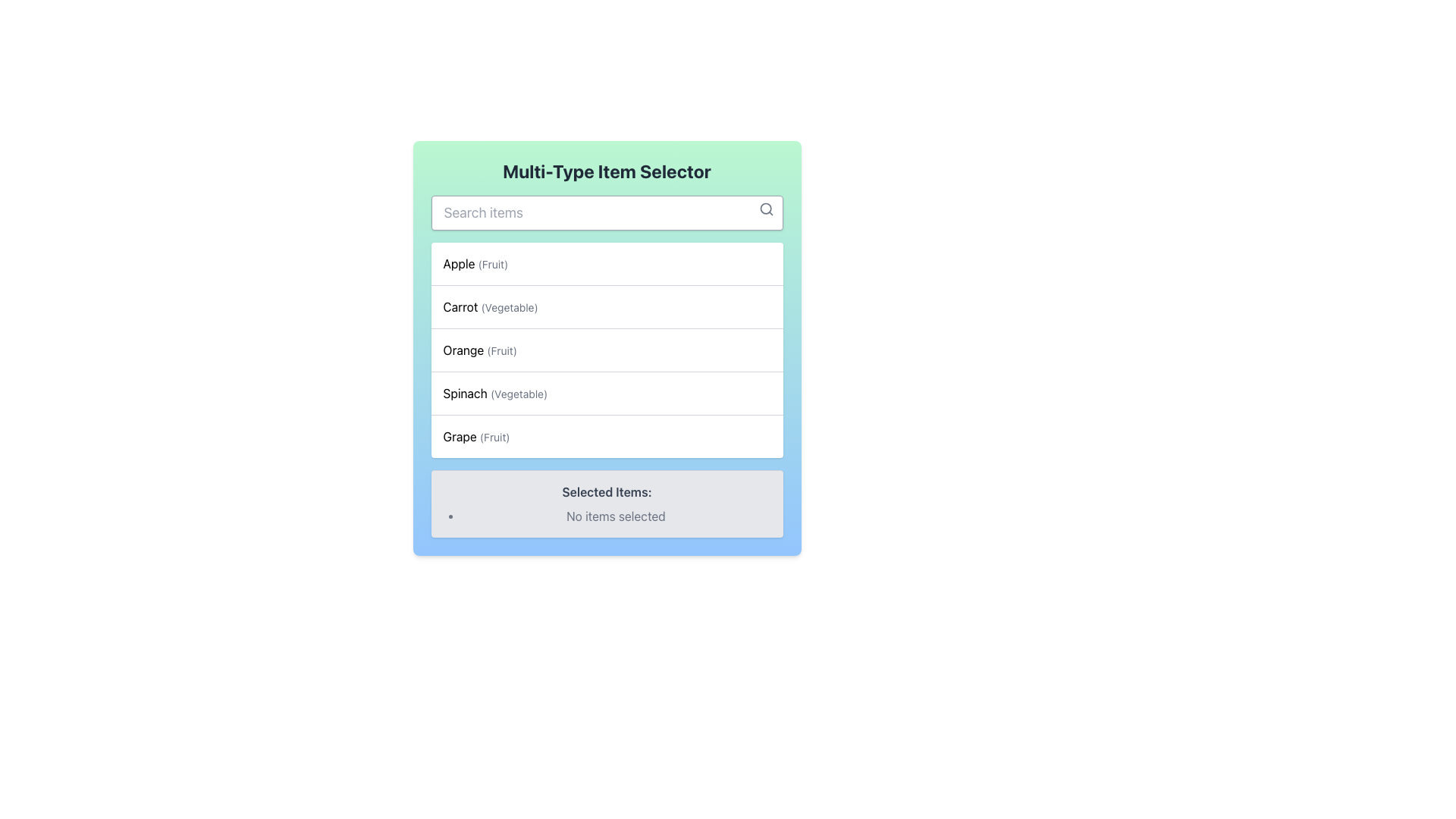 The image size is (1456, 819). I want to click on the circular graphical component of the search icon located in the top-right corner of the input bar, so click(765, 209).